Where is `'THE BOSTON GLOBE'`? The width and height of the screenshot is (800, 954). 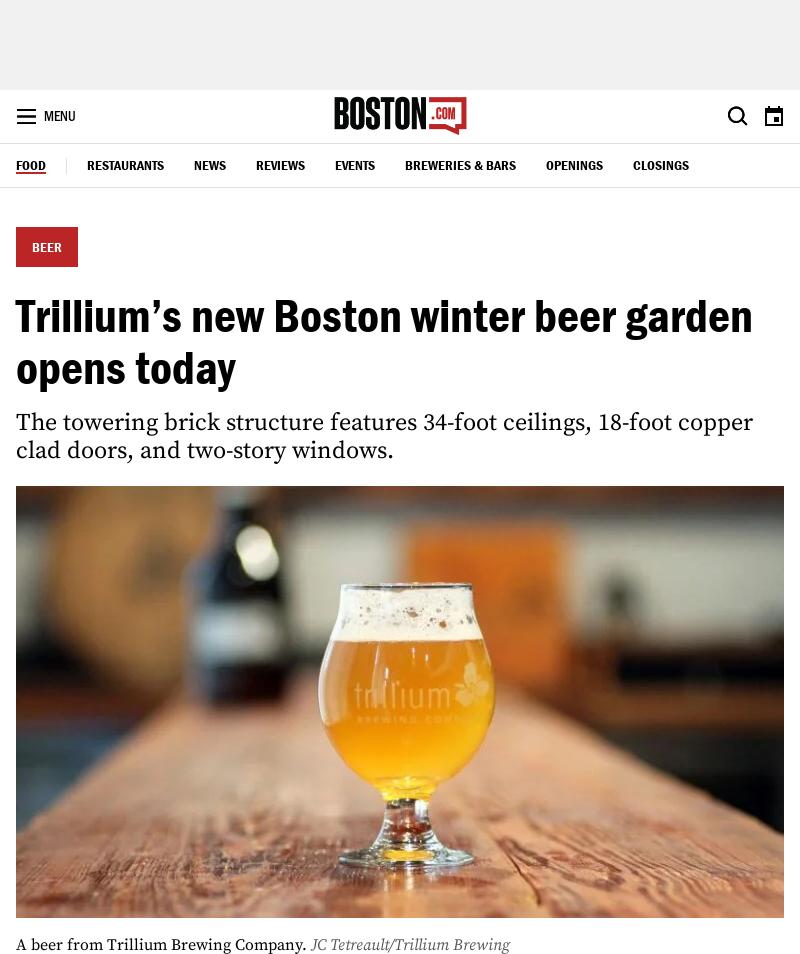 'THE BOSTON GLOBE' is located at coordinates (409, 694).